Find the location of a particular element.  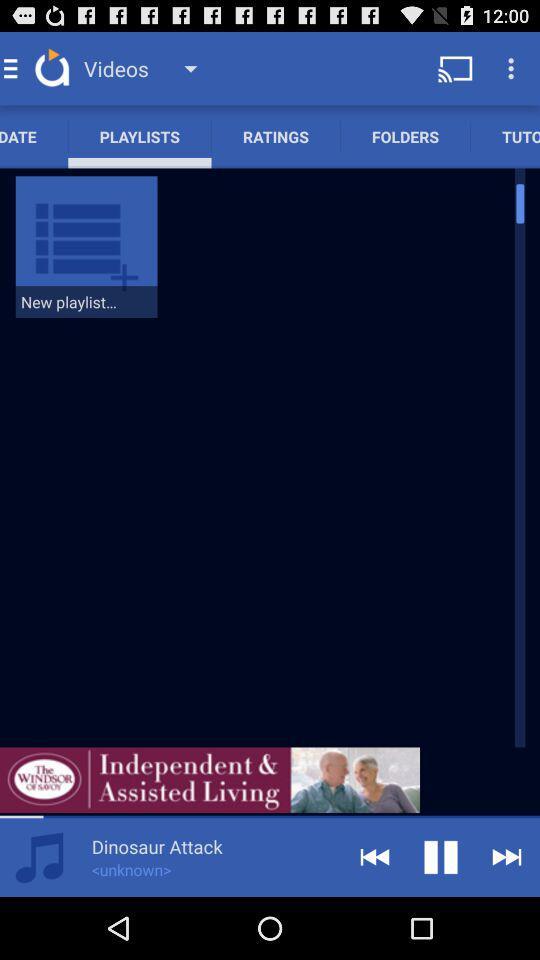

the menu icon on the top right corner of the page is located at coordinates (514, 68).